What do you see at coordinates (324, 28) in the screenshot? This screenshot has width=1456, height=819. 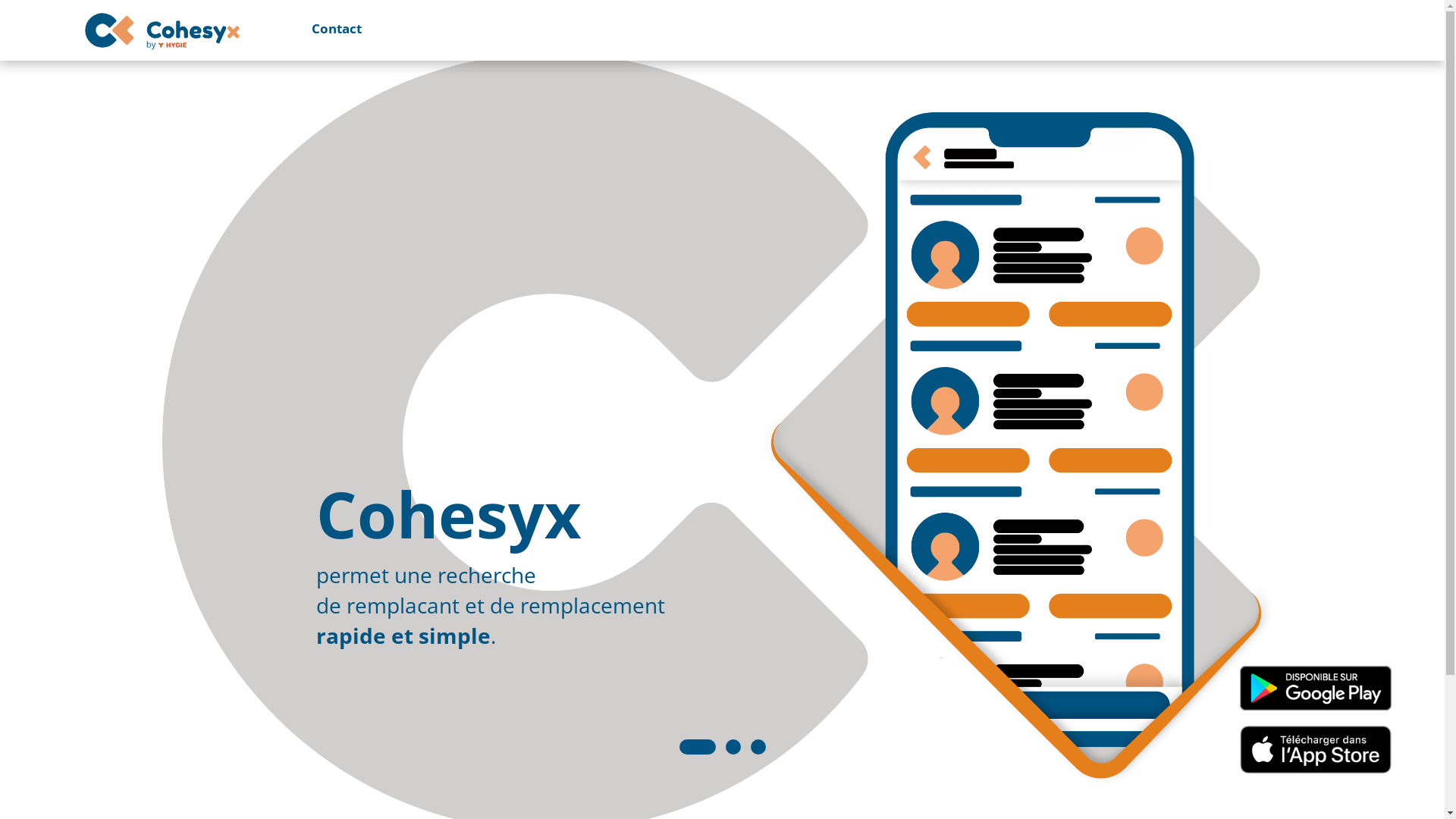 I see `'Contact'` at bounding box center [324, 28].